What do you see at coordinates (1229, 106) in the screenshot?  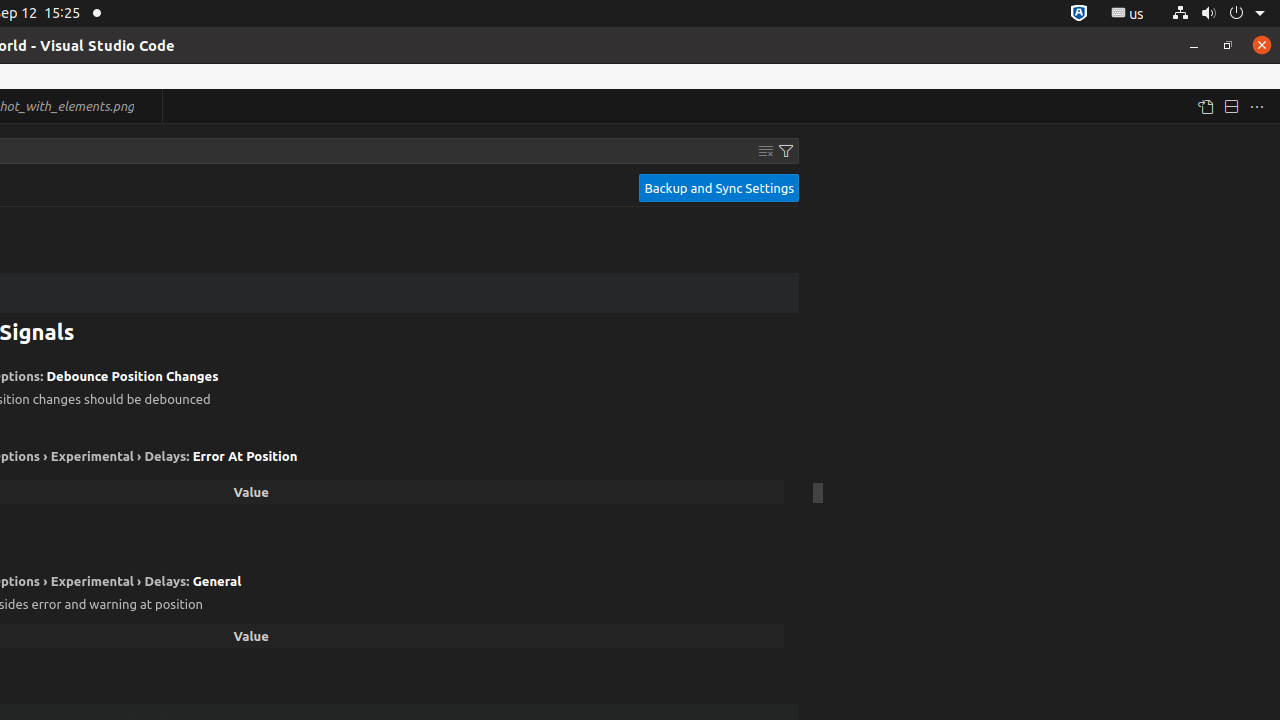 I see `'Split Editor Right (Ctrl+\) [Alt] Split Editor Down'` at bounding box center [1229, 106].